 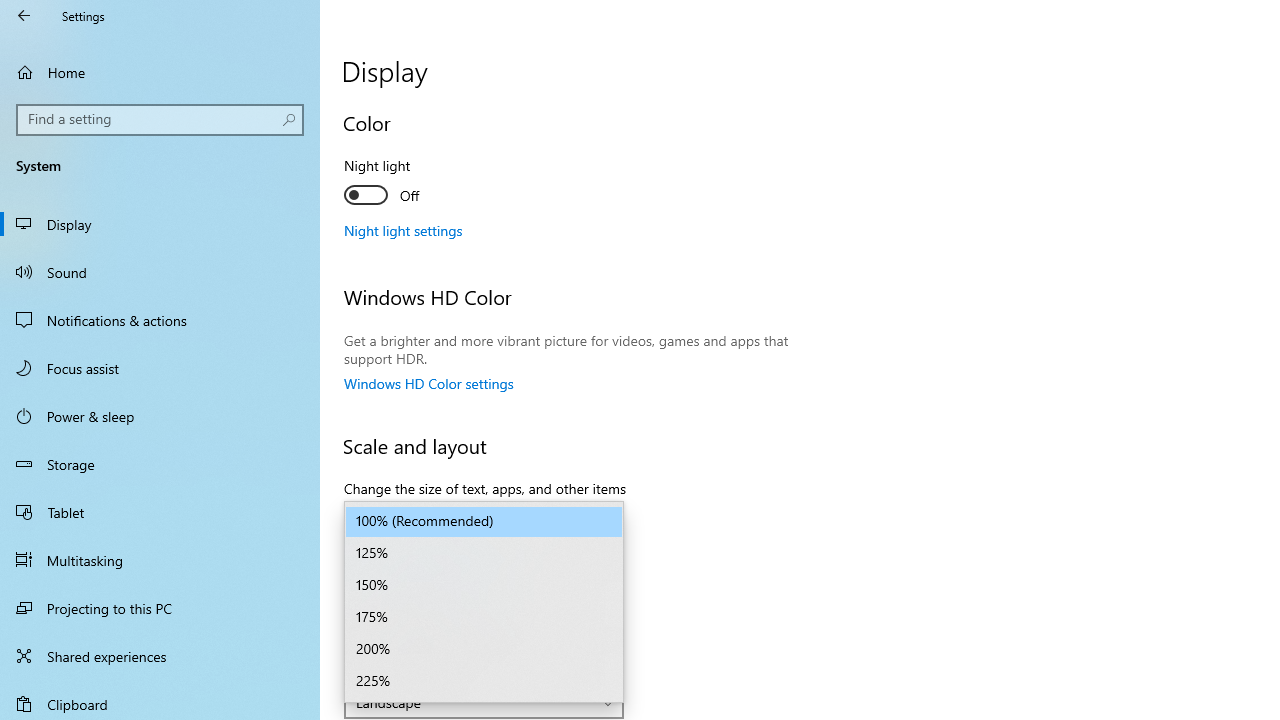 I want to click on 'Night light settings', so click(x=402, y=229).